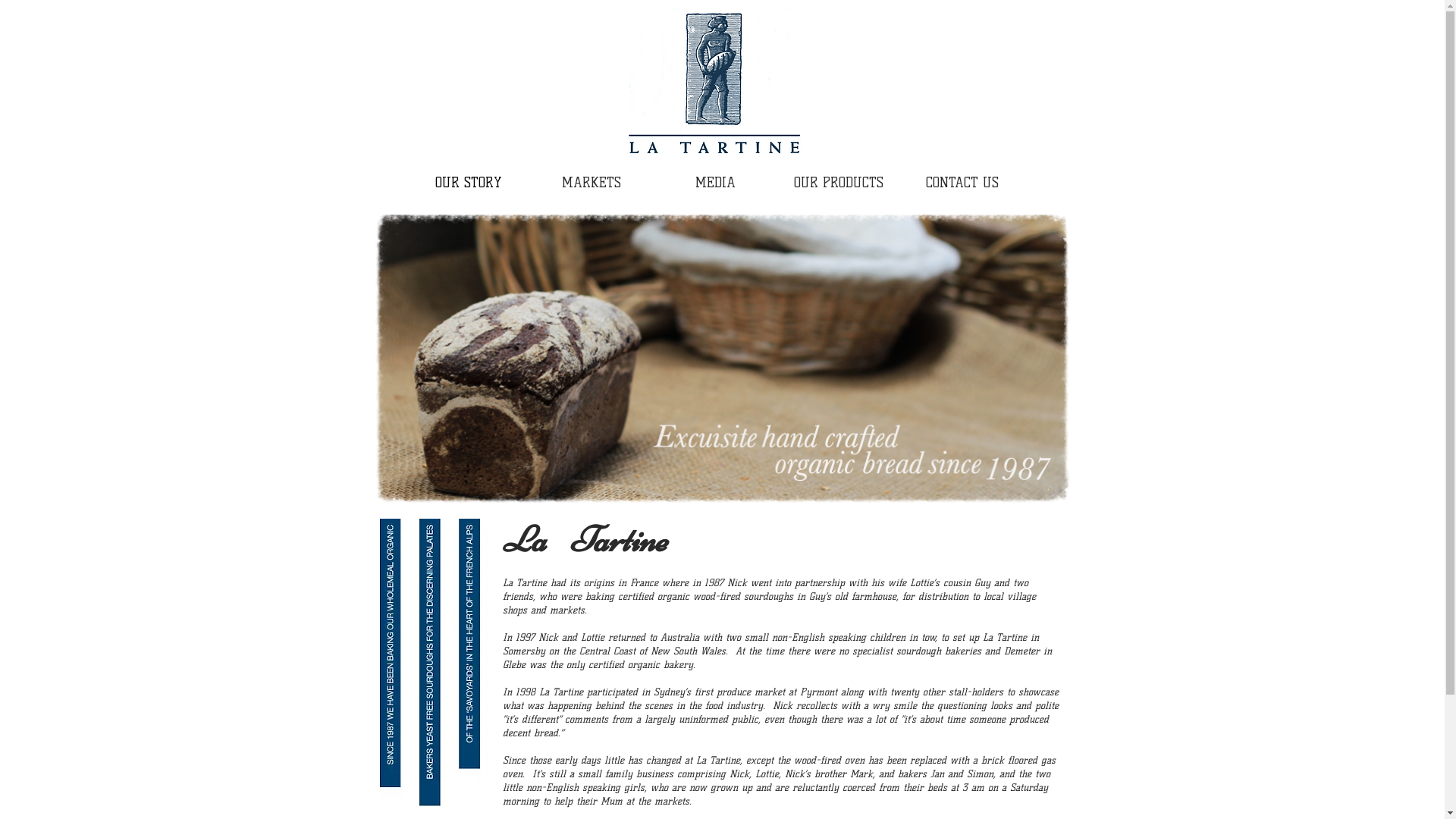 This screenshot has width=1456, height=819. Describe the element at coordinates (654, 182) in the screenshot. I see `'MEDIA'` at that location.